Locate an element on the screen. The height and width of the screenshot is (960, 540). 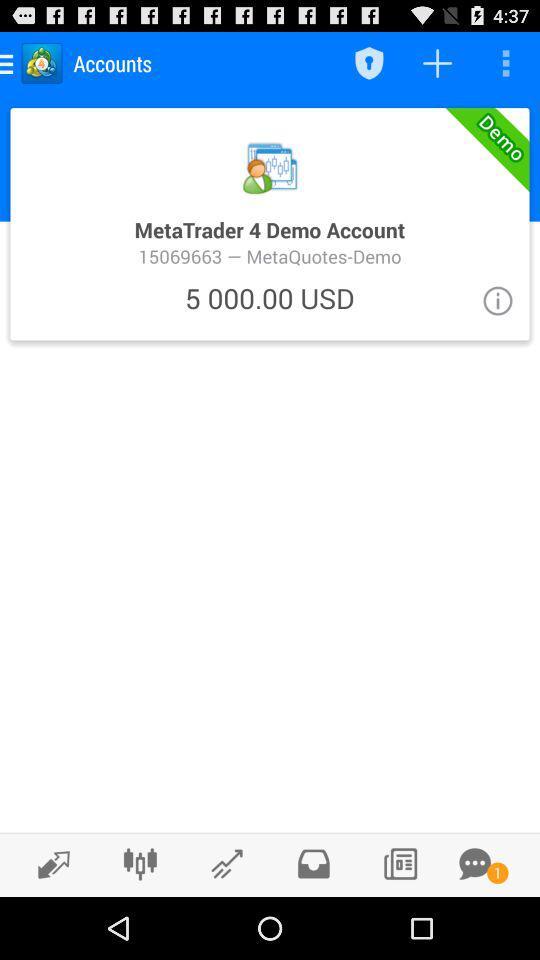
show inforomation is located at coordinates (496, 299).